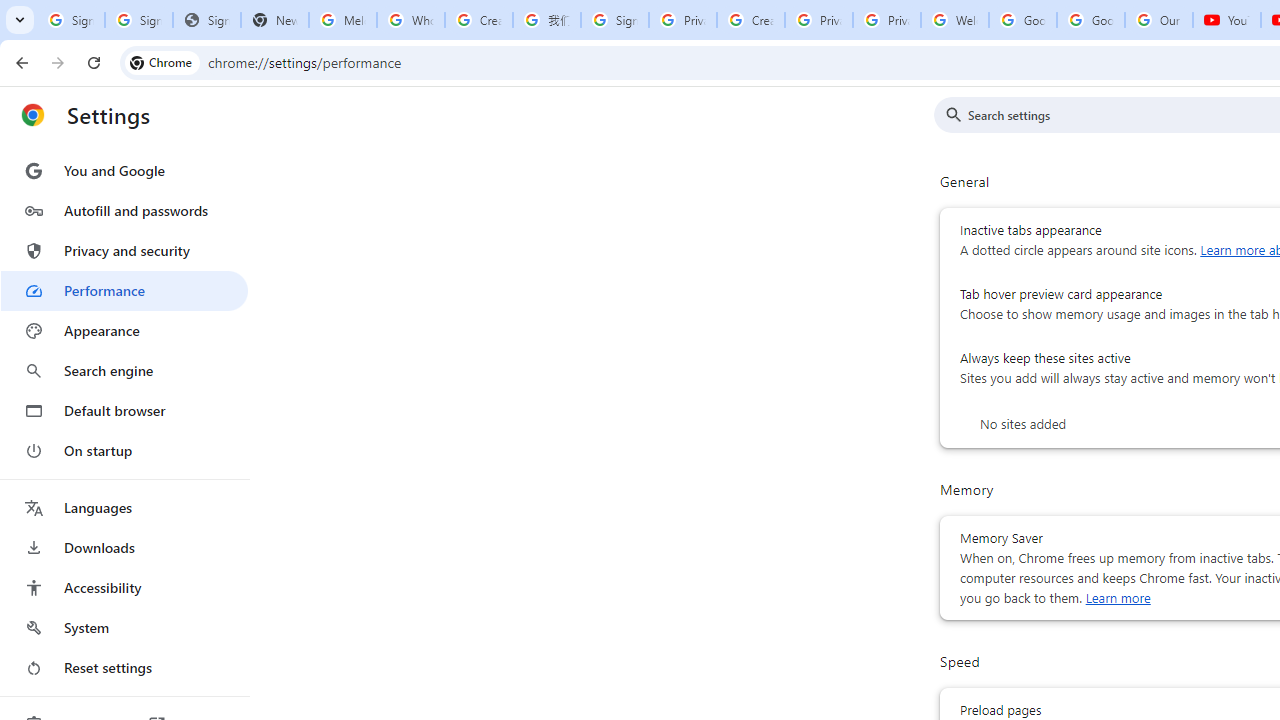 This screenshot has width=1280, height=720. Describe the element at coordinates (273, 20) in the screenshot. I see `'New Tab'` at that location.